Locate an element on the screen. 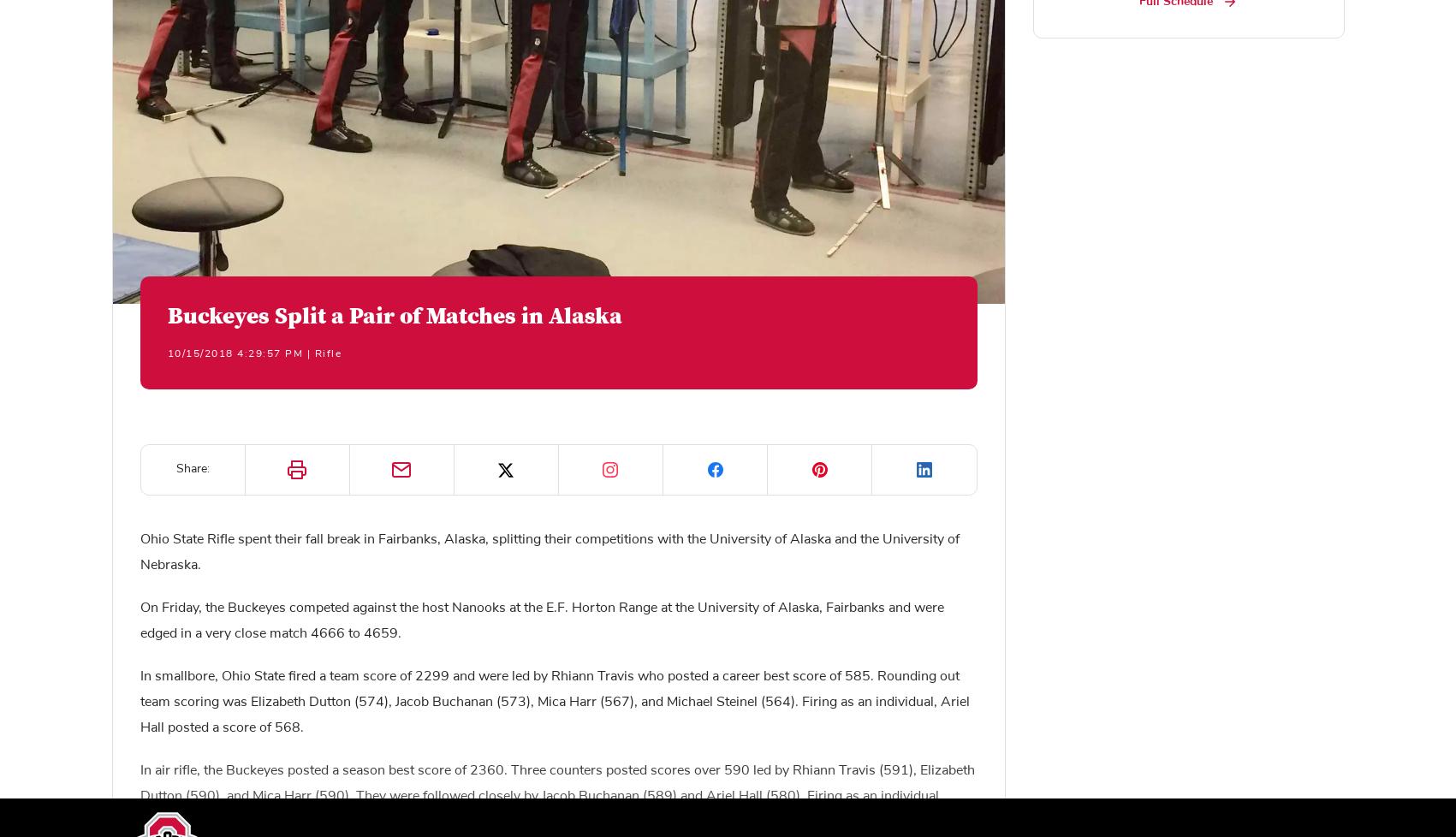  'Manage Your Account' is located at coordinates (509, 578).